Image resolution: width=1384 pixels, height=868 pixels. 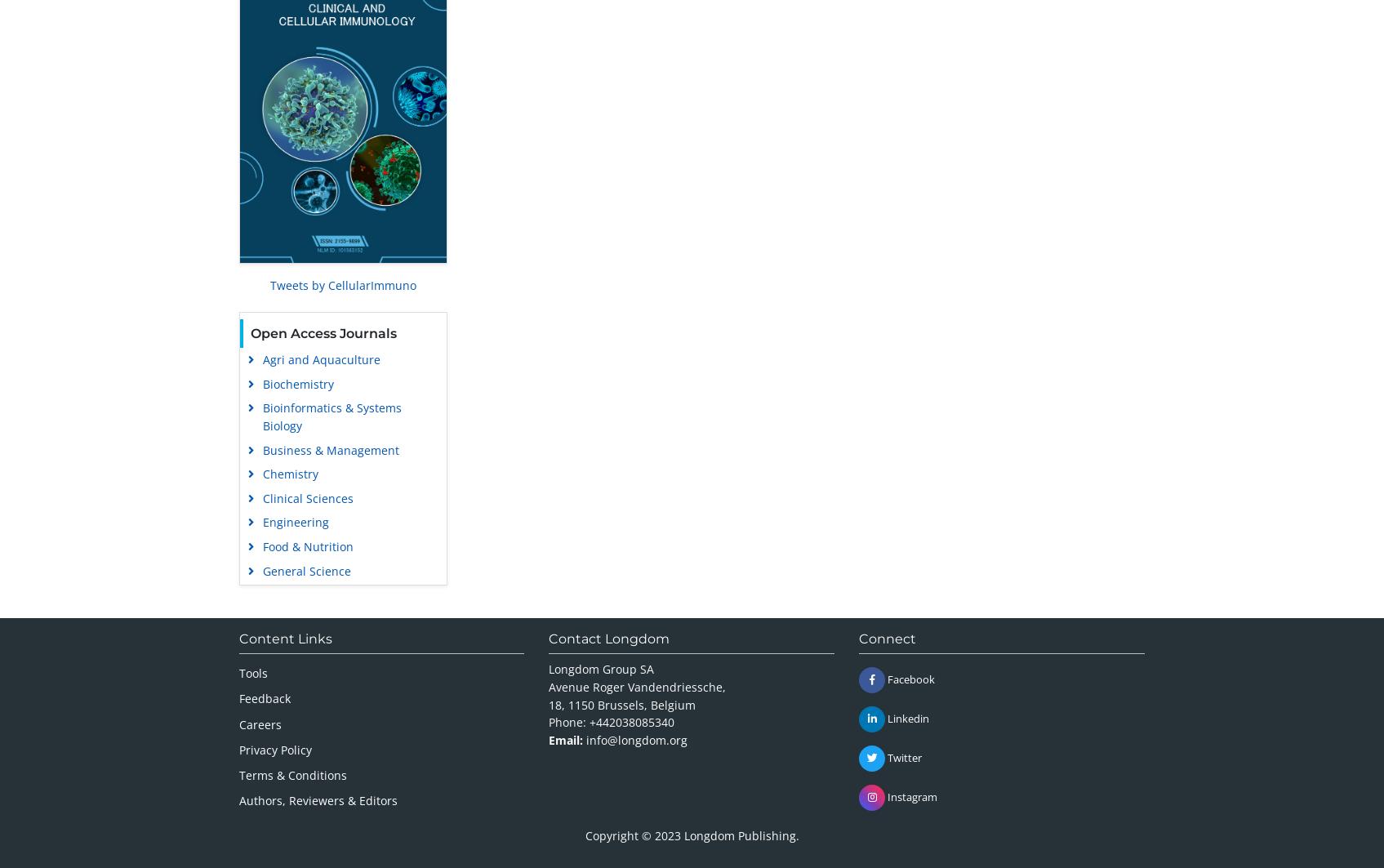 What do you see at coordinates (238, 748) in the screenshot?
I see `'Privacy Policy'` at bounding box center [238, 748].